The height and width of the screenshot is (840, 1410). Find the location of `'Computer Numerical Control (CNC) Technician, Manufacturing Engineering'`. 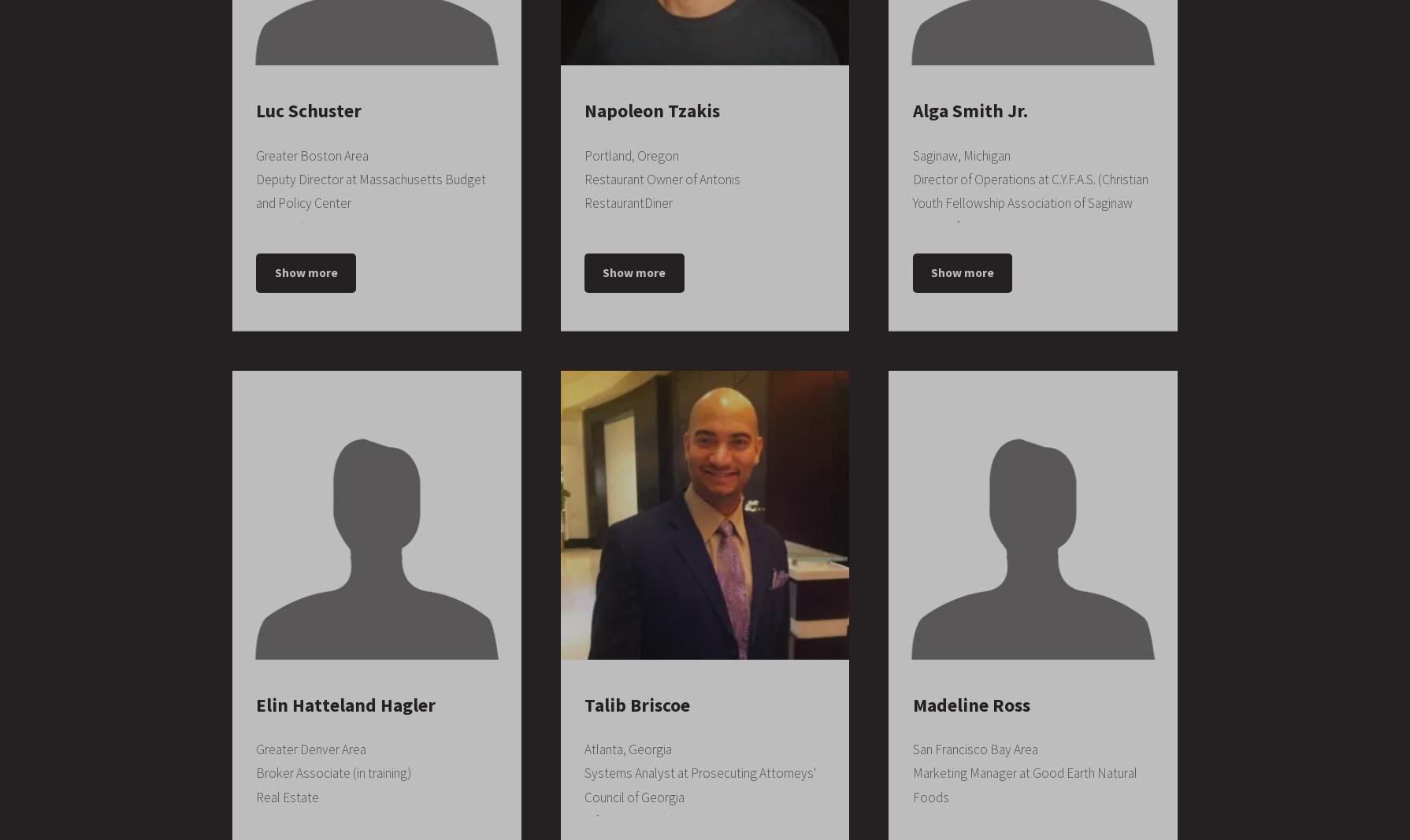

'Computer Numerical Control (CNC) Technician, Manufacturing Engineering' is located at coordinates (684, 73).